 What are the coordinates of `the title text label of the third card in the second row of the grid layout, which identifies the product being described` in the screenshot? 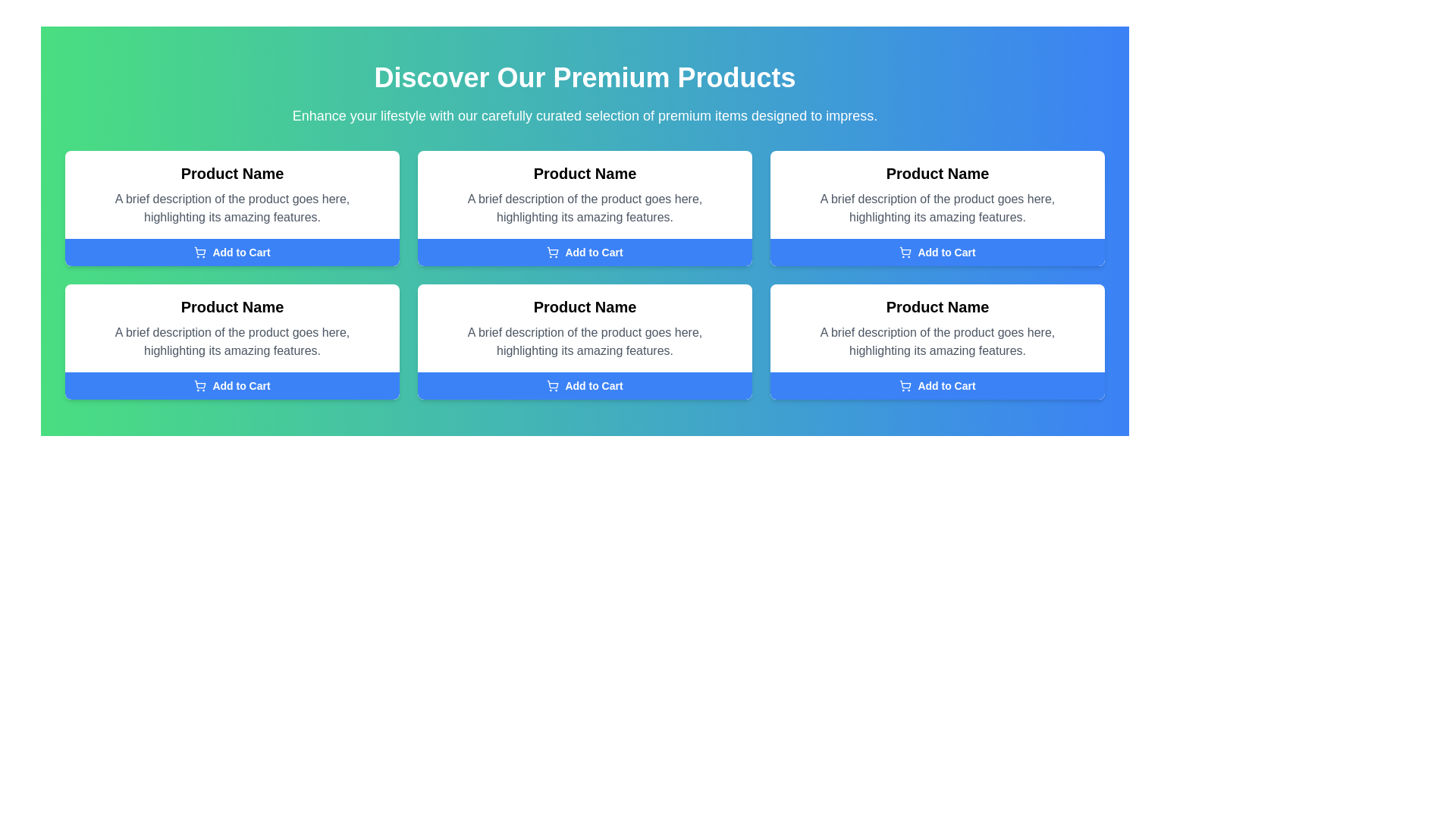 It's located at (584, 307).